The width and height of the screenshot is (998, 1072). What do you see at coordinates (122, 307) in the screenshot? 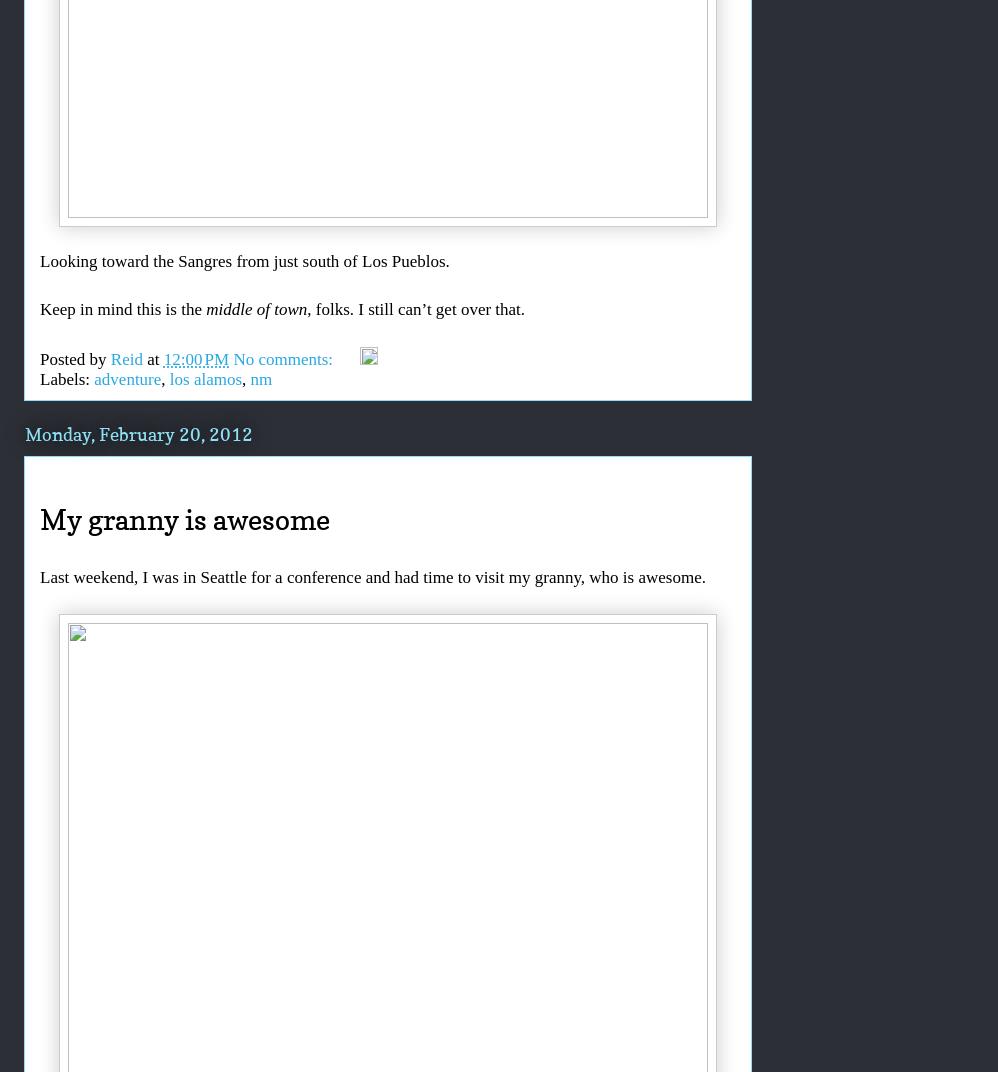
I see `'Keep in mind this is the'` at bounding box center [122, 307].